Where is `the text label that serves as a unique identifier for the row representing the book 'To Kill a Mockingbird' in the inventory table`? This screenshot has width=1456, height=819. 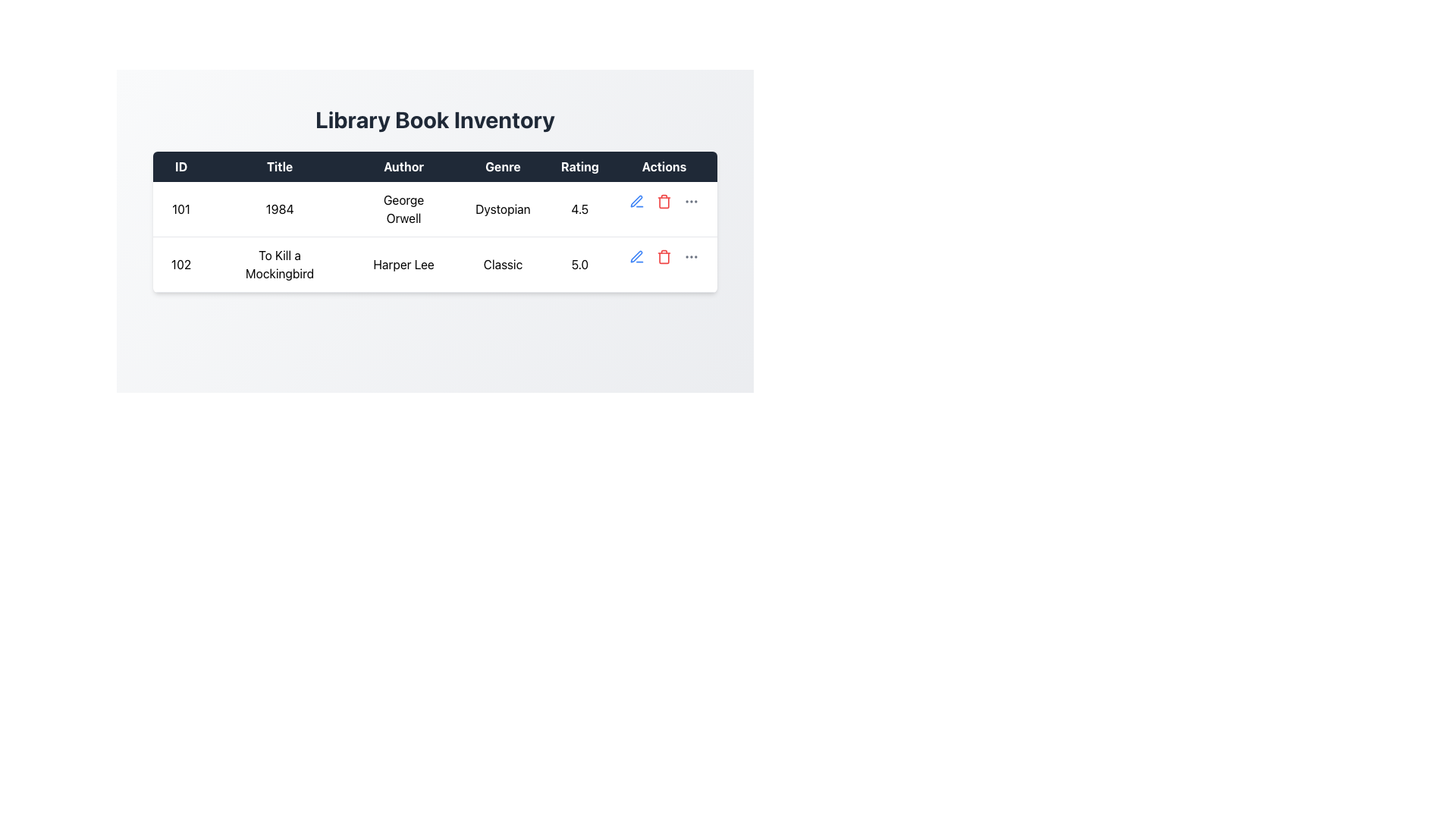
the text label that serves as a unique identifier for the row representing the book 'To Kill a Mockingbird' in the inventory table is located at coordinates (181, 263).